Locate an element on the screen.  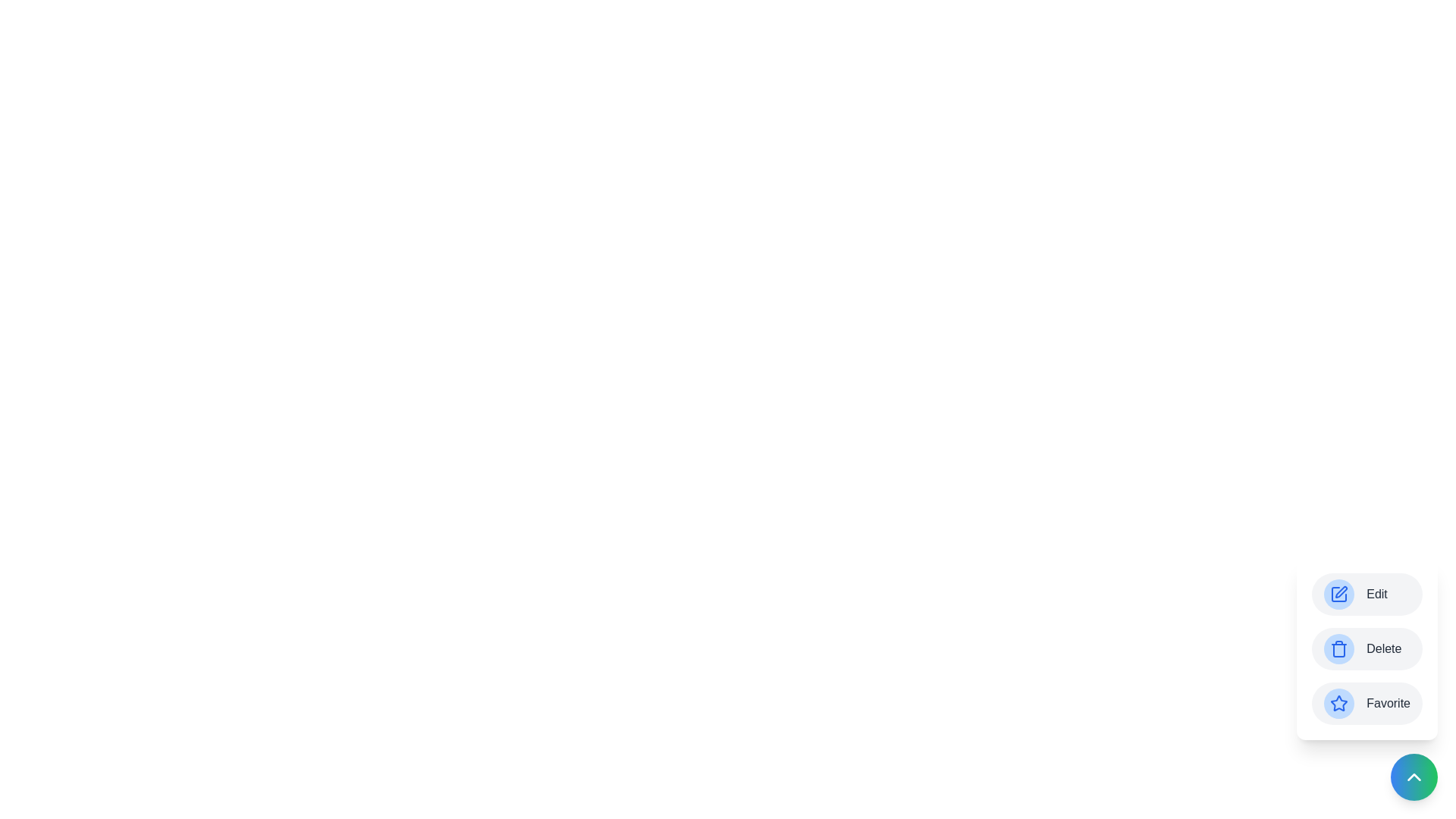
the 'Delete' button to trigger its action is located at coordinates (1367, 648).